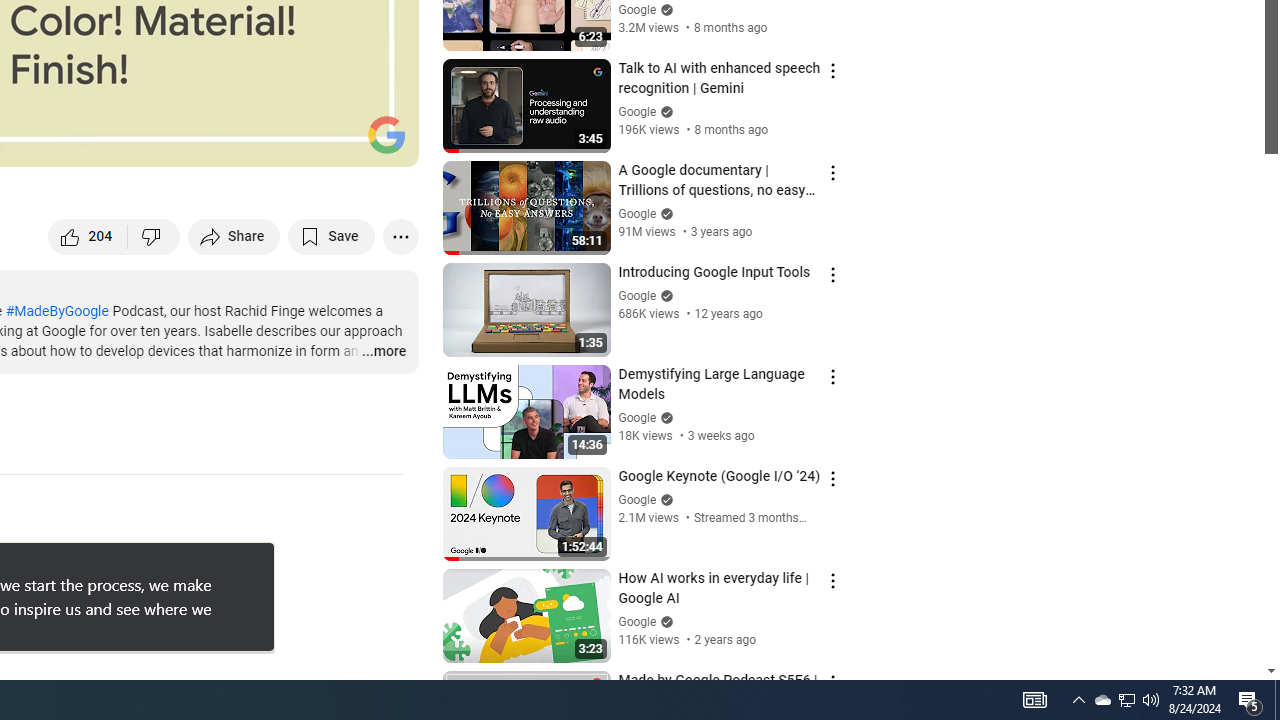 Image resolution: width=1280 pixels, height=720 pixels. Describe the element at coordinates (334, 141) in the screenshot. I see `'Theater mode (t)'` at that location.